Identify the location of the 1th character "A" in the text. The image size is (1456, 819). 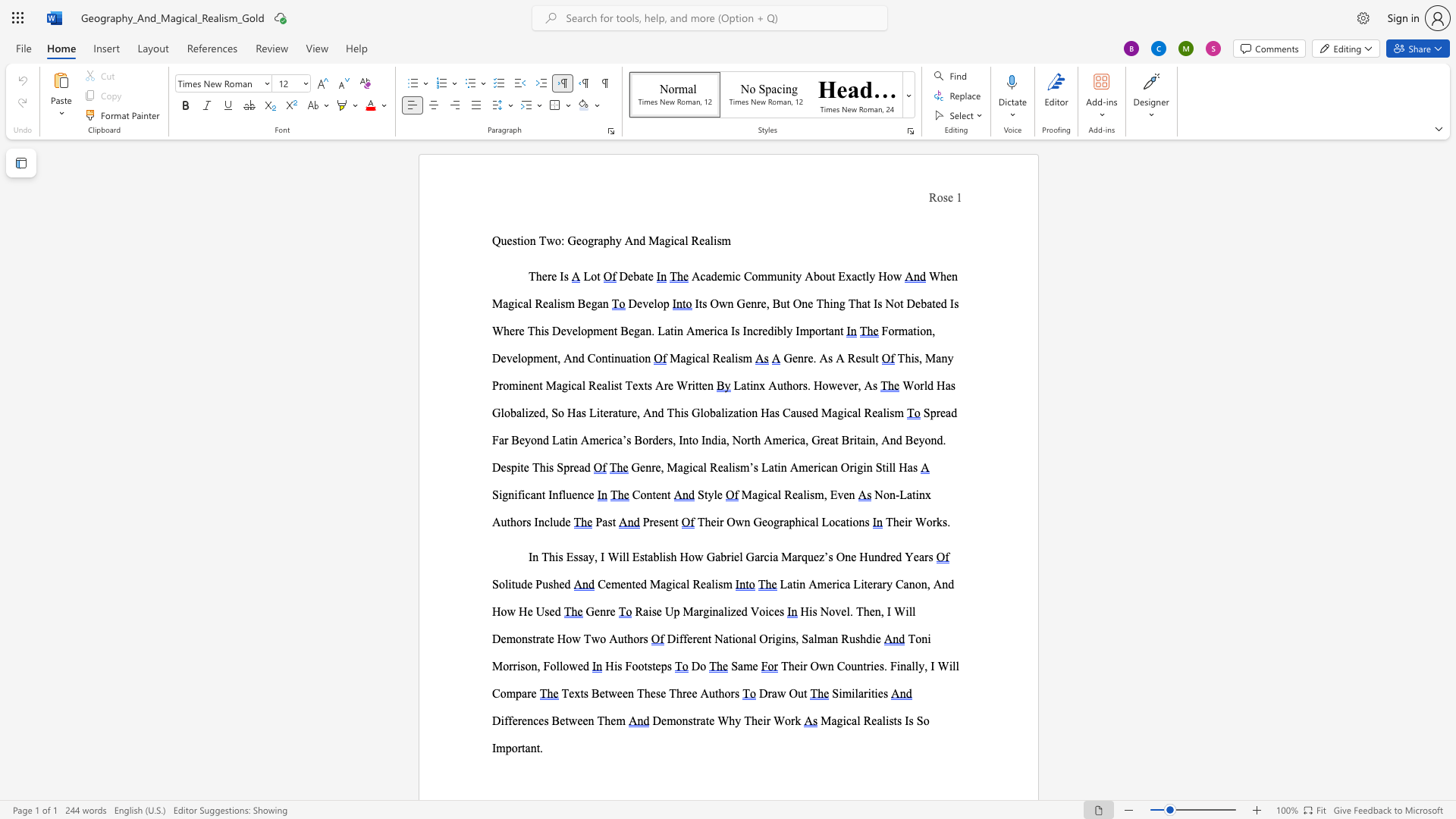
(695, 276).